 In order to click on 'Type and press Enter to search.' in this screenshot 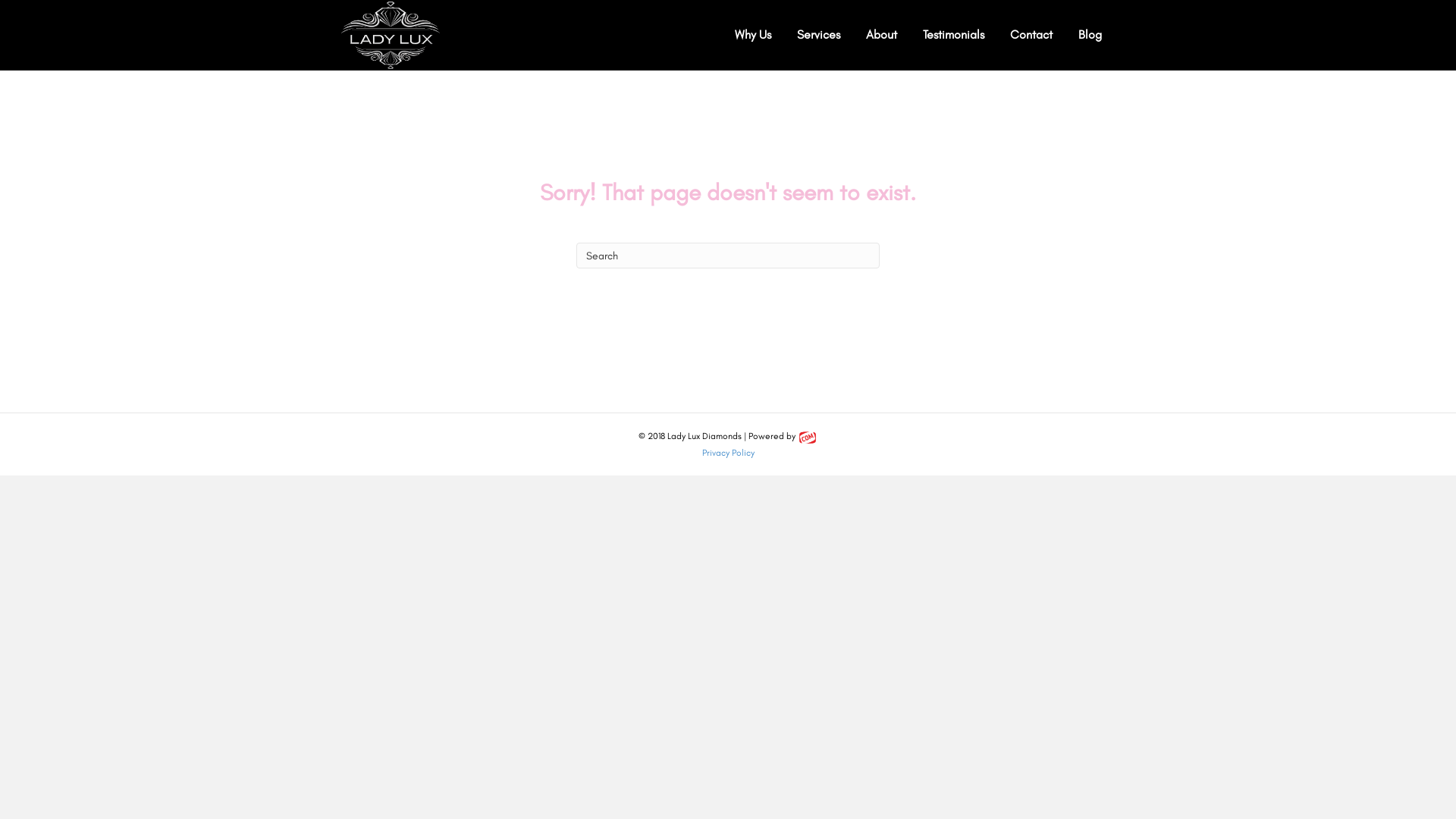, I will do `click(728, 254)`.